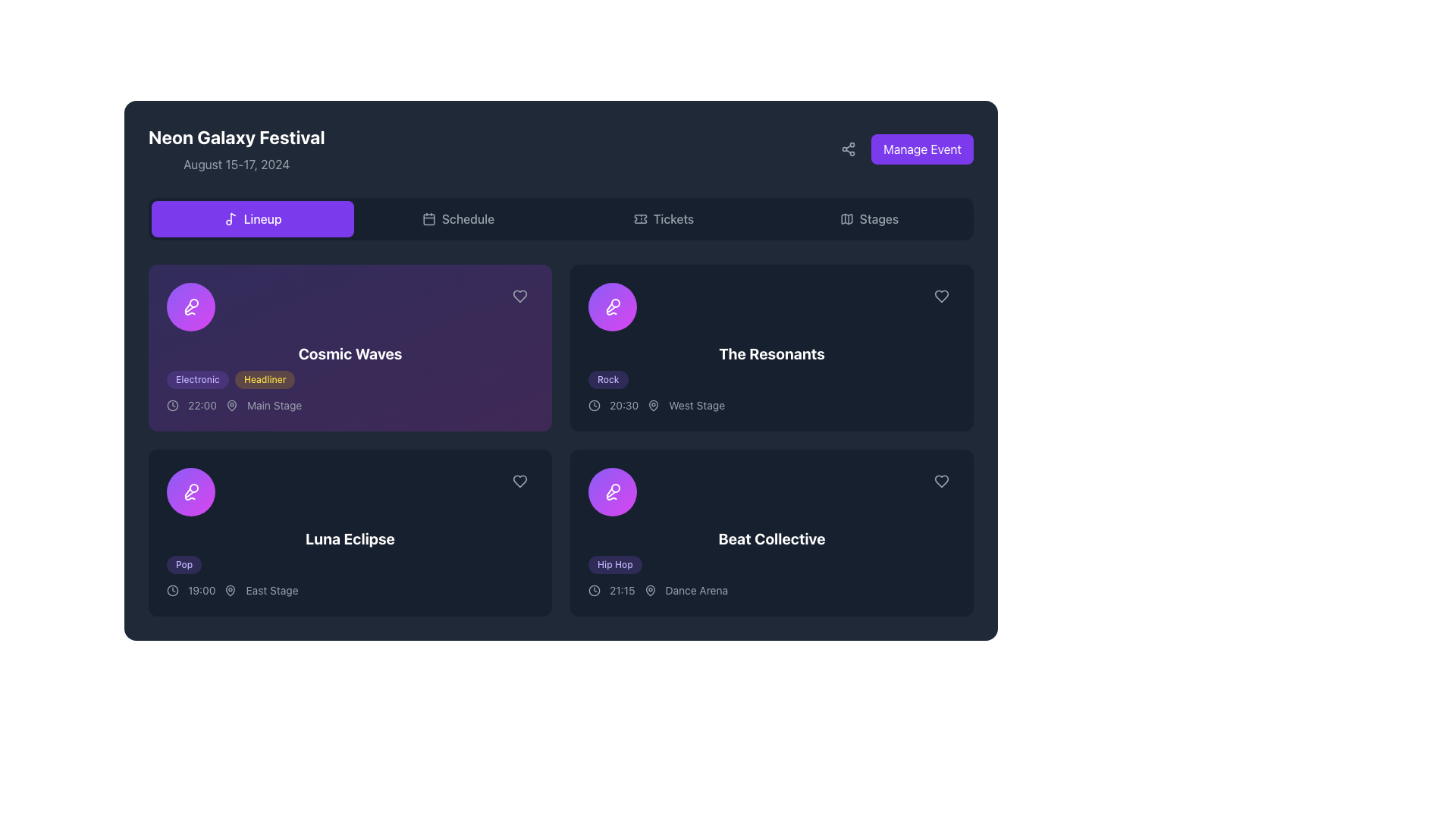 The height and width of the screenshot is (819, 1456). Describe the element at coordinates (560, 219) in the screenshot. I see `the 'Tickets' option in the Navigation bar` at that location.